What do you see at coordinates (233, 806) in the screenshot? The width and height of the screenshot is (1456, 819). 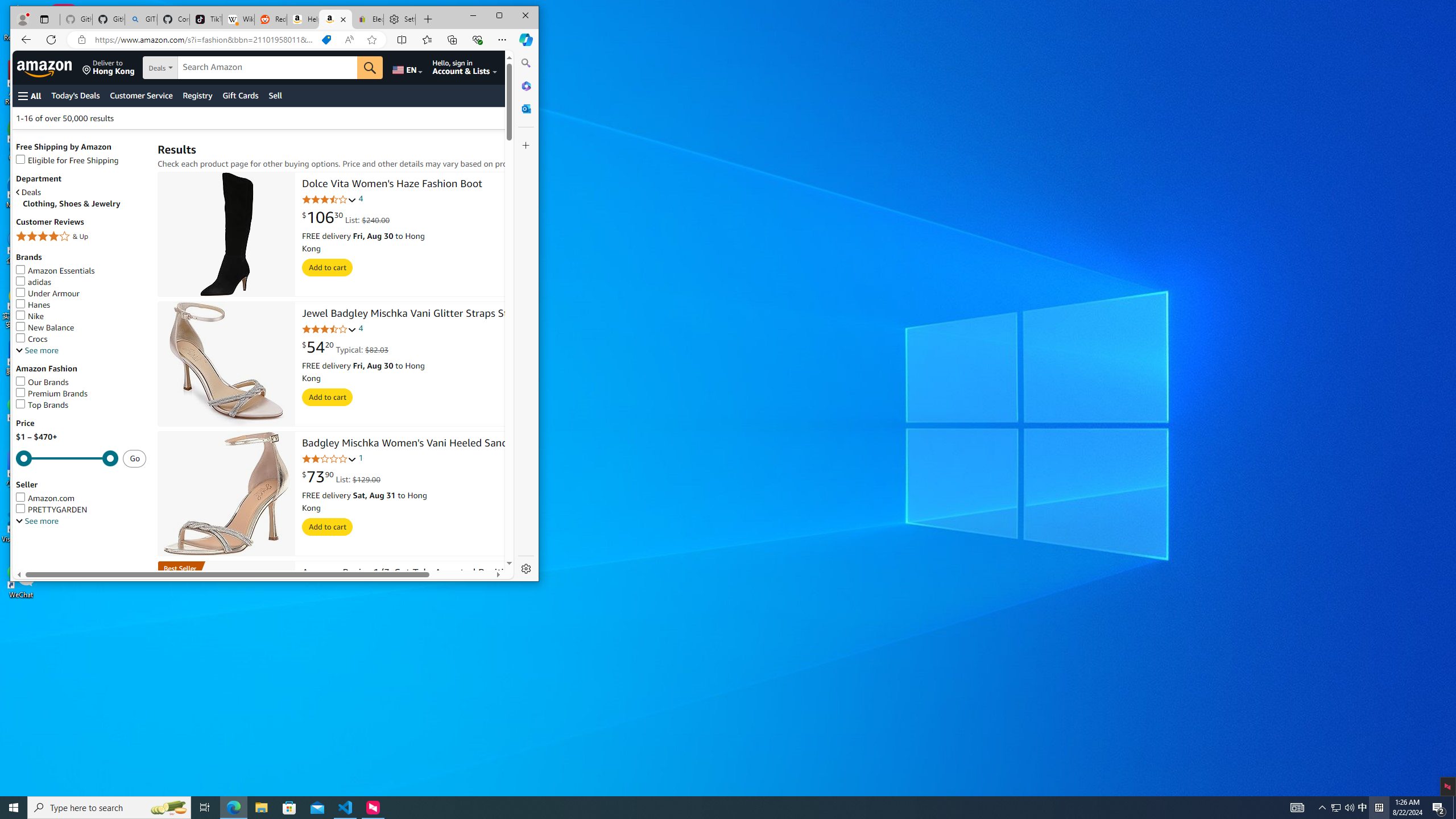 I see `'Microsoft Edge - 1 running window'` at bounding box center [233, 806].